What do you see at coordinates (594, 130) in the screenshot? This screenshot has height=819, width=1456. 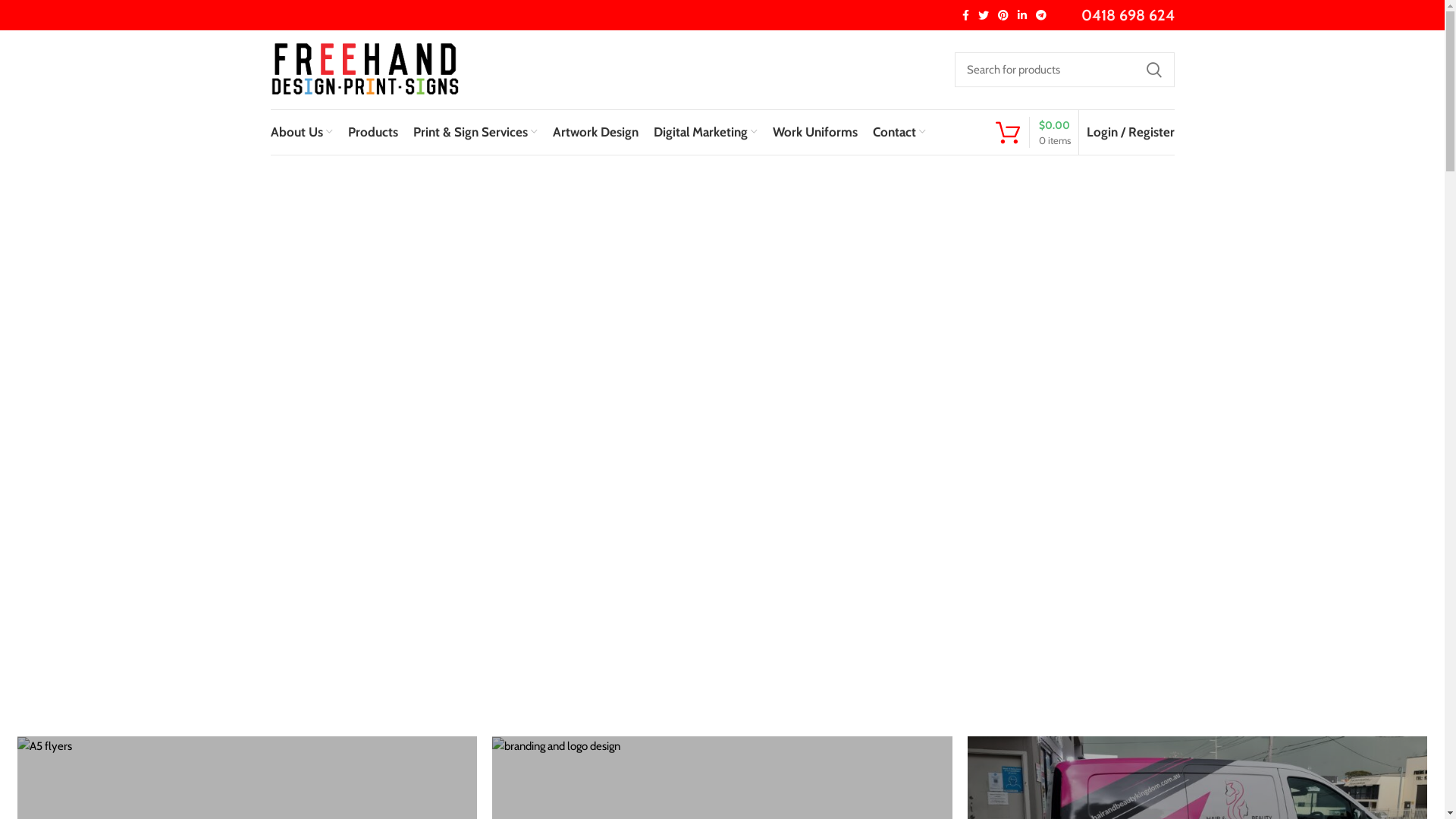 I see `'Artwork Design'` at bounding box center [594, 130].